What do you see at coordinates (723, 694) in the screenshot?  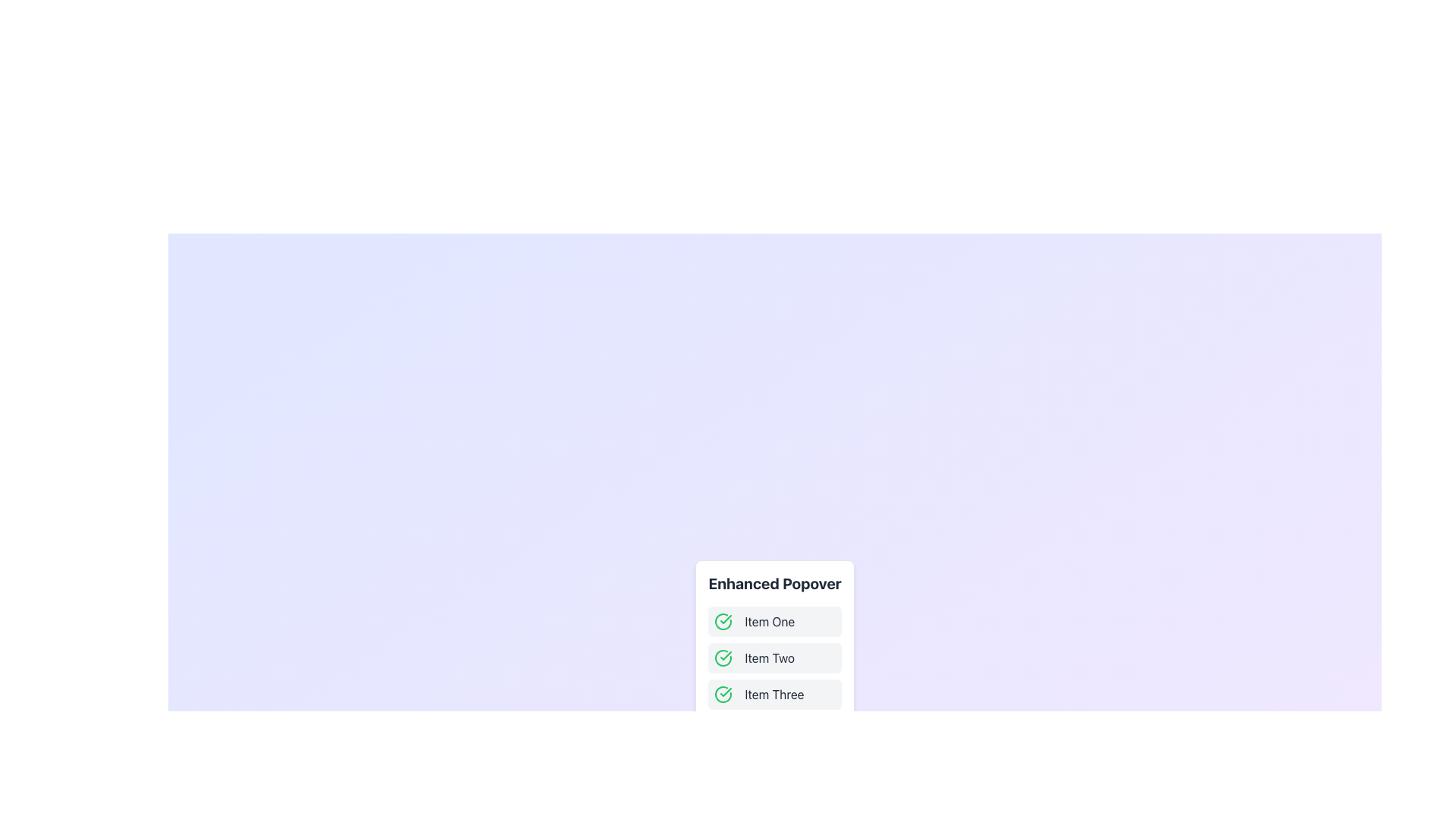 I see `the circular check-mark icon within the 'Enhanced Popover' next to 'Item Three'` at bounding box center [723, 694].